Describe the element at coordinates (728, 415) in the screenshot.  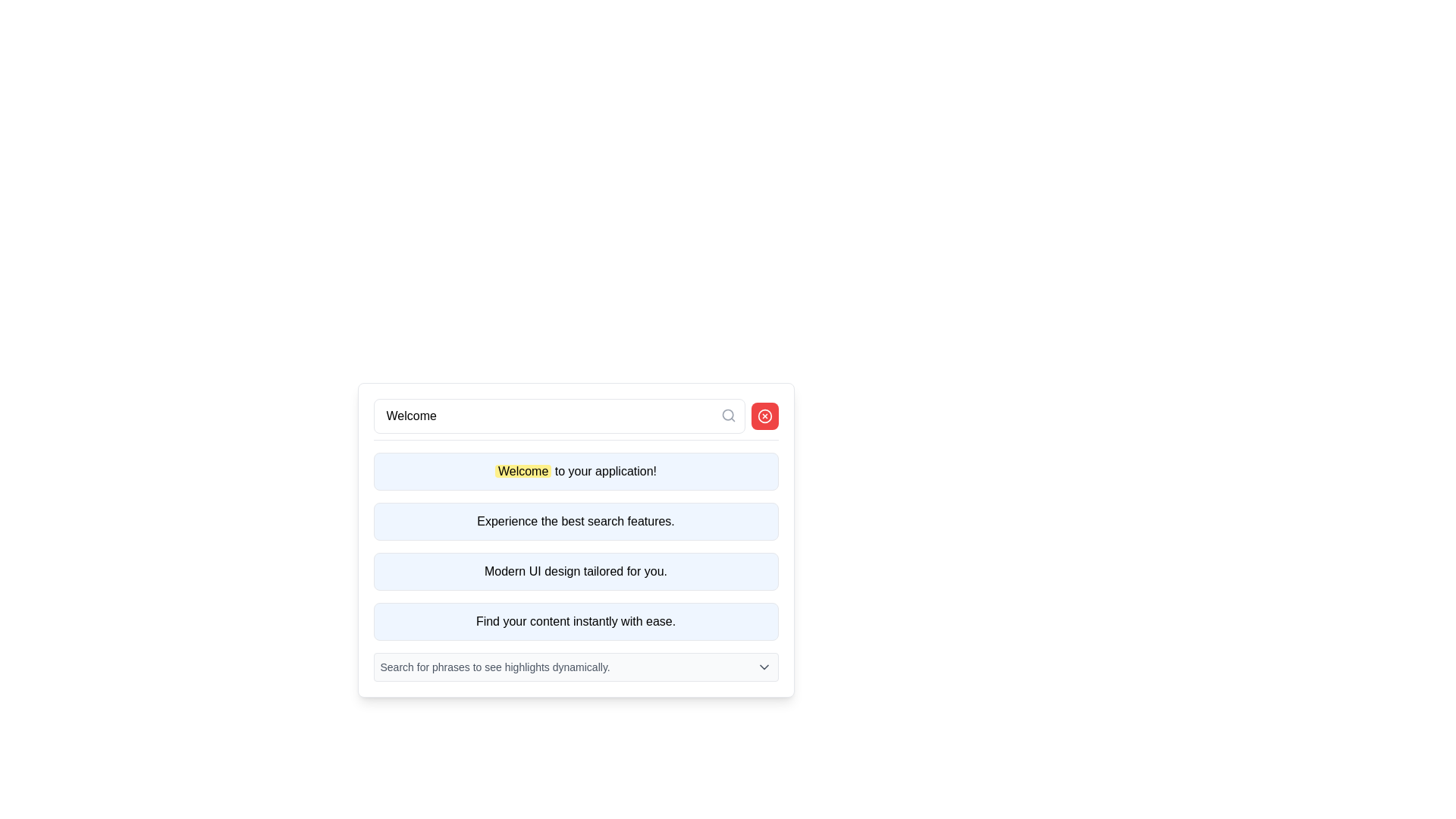
I see `the search icon located on the right-hand side of the search input field` at that location.